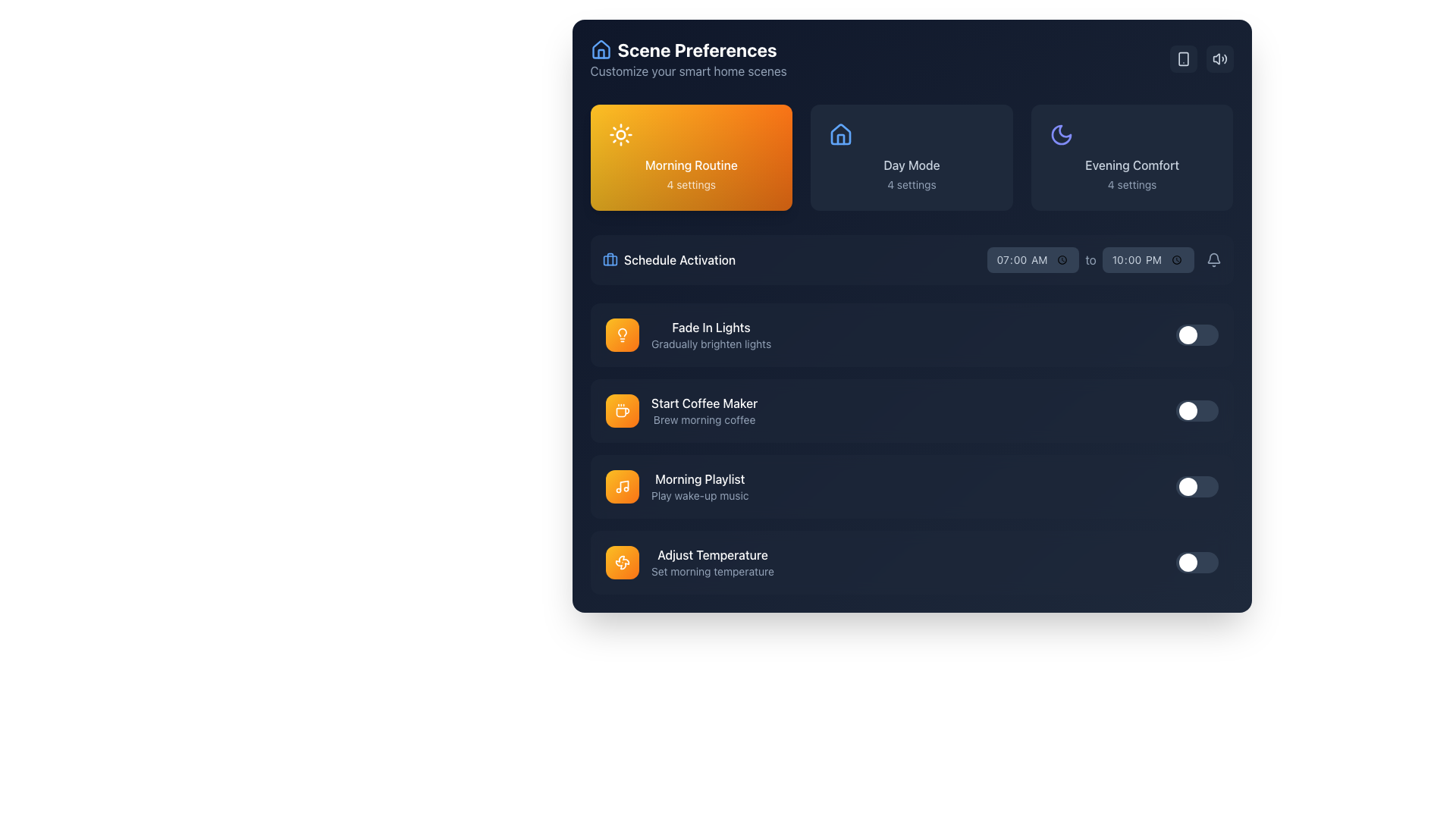  What do you see at coordinates (690, 158) in the screenshot?
I see `the 'Morning Routine' text block` at bounding box center [690, 158].